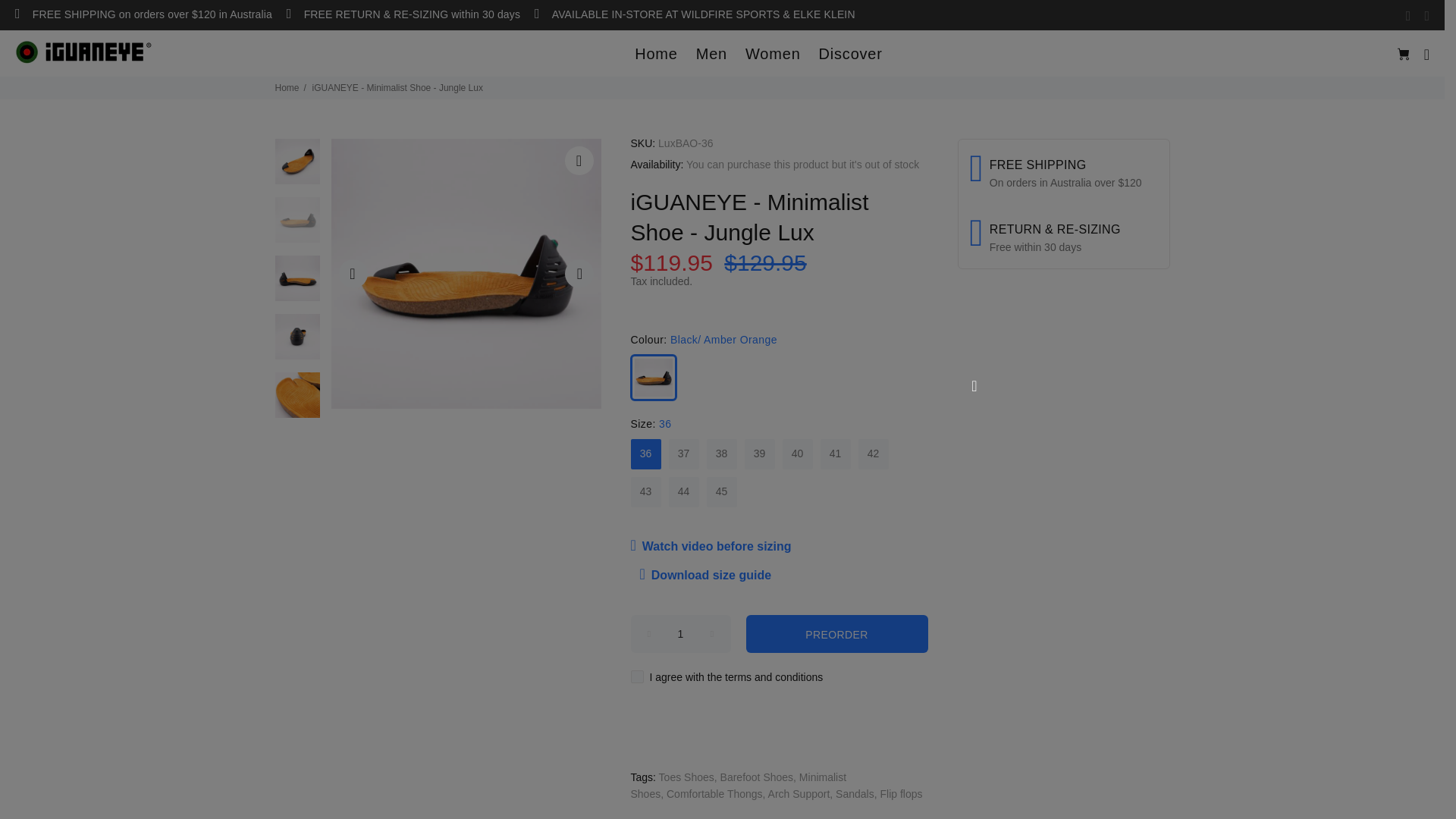 This screenshot has height=819, width=1456. I want to click on 'Minimalist Shoes', so click(739, 785).